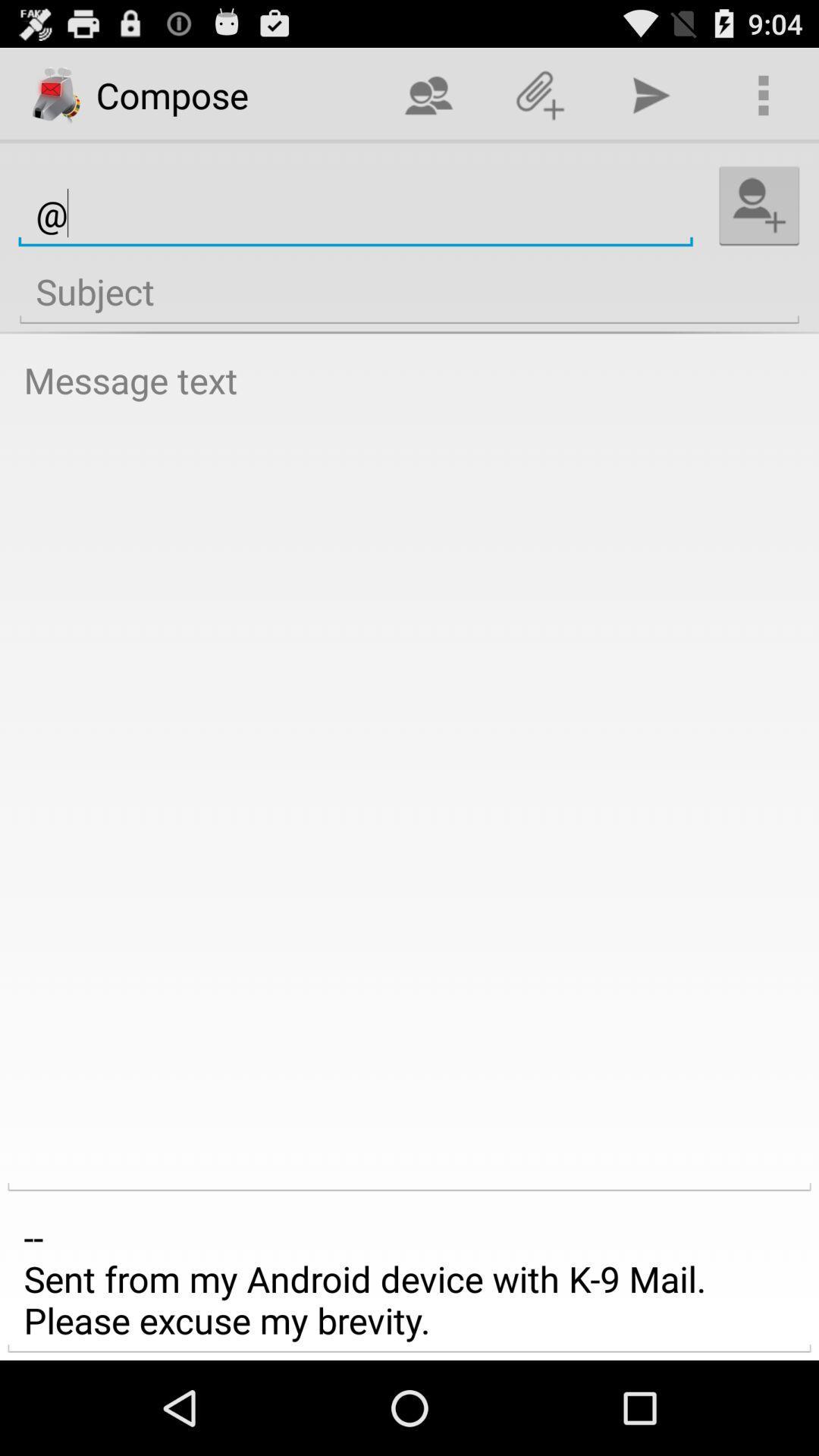 Image resolution: width=819 pixels, height=1456 pixels. I want to click on item at the bottom, so click(409, 1279).